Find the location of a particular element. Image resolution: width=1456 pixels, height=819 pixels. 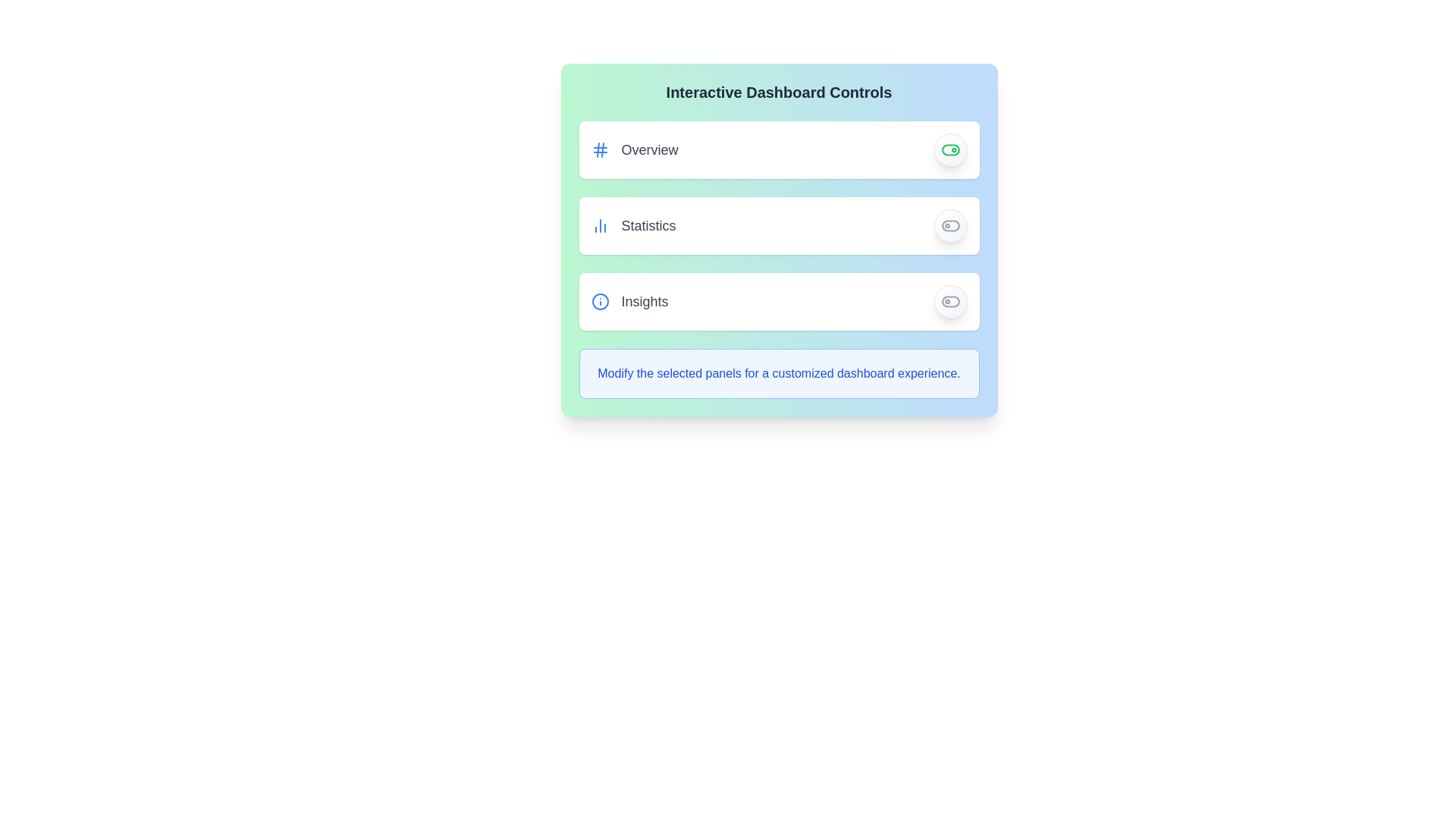

the 'Insights' element, which consists of a blue informational icon and a dark gray text label, positioned as the third item in the vertical list below 'Statistics' is located at coordinates (629, 301).